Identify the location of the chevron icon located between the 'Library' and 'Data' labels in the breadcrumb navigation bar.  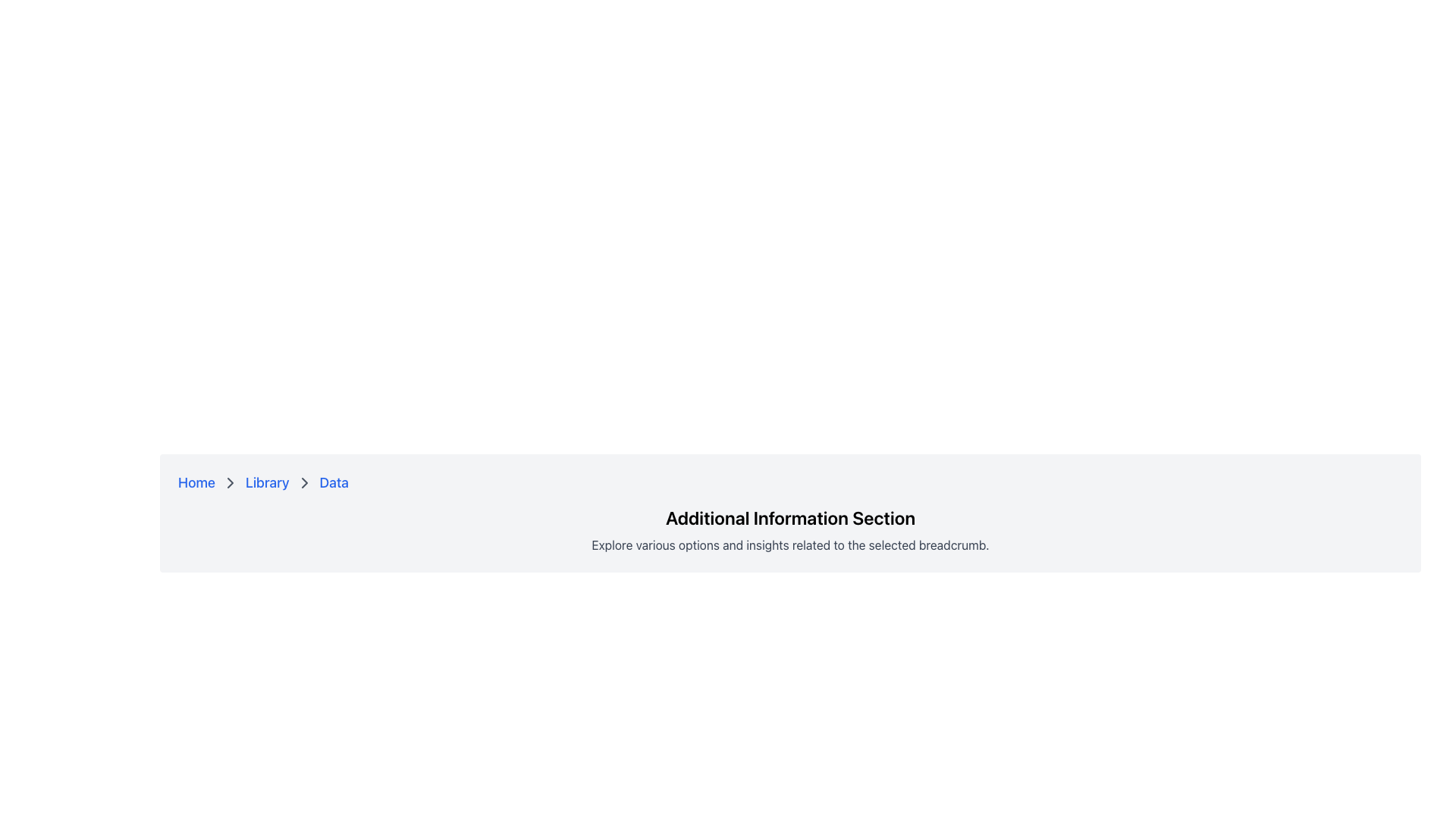
(229, 482).